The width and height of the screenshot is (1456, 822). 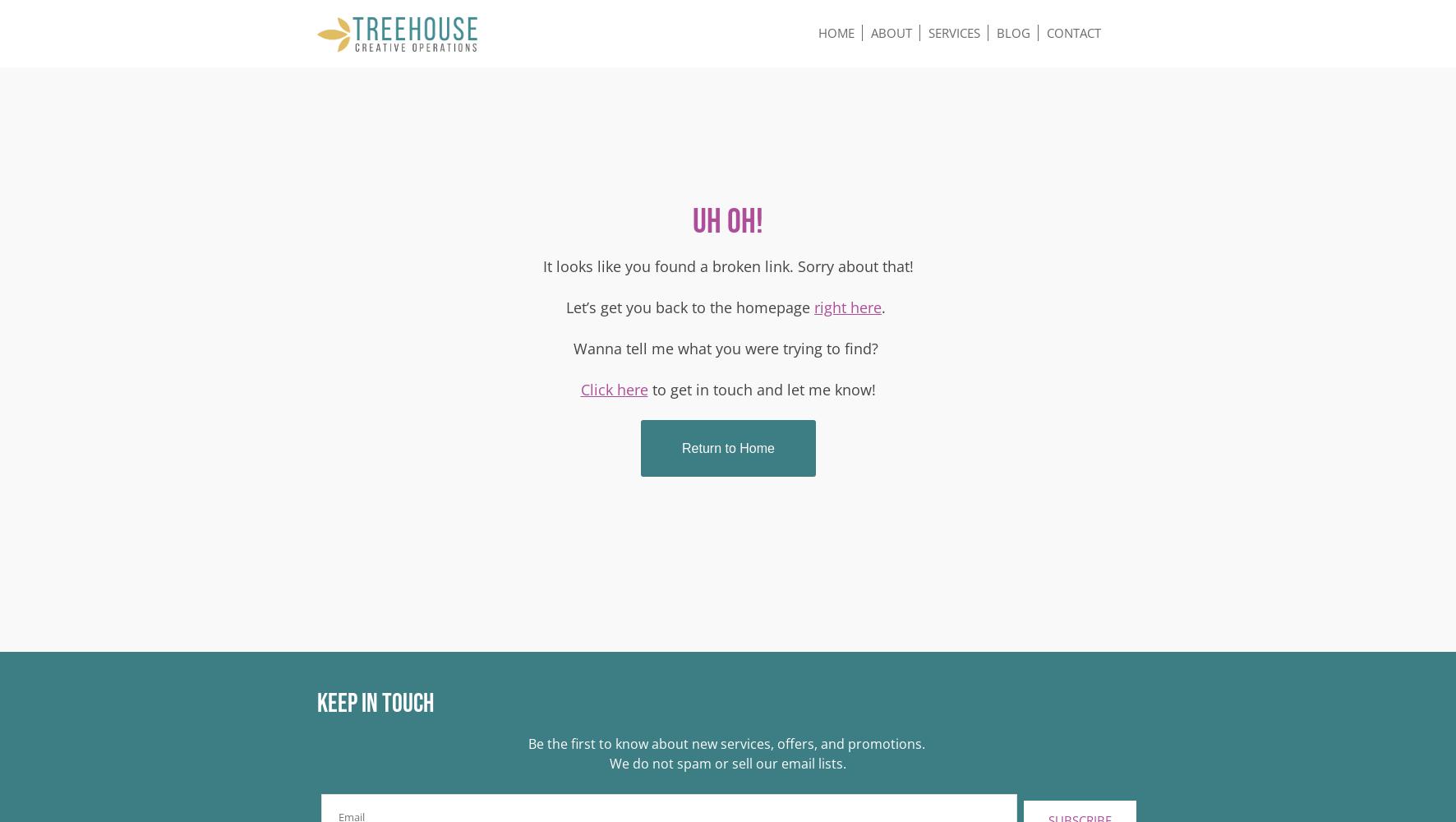 What do you see at coordinates (727, 744) in the screenshot?
I see `'Be the first to know about new services, offers, and promotions.'` at bounding box center [727, 744].